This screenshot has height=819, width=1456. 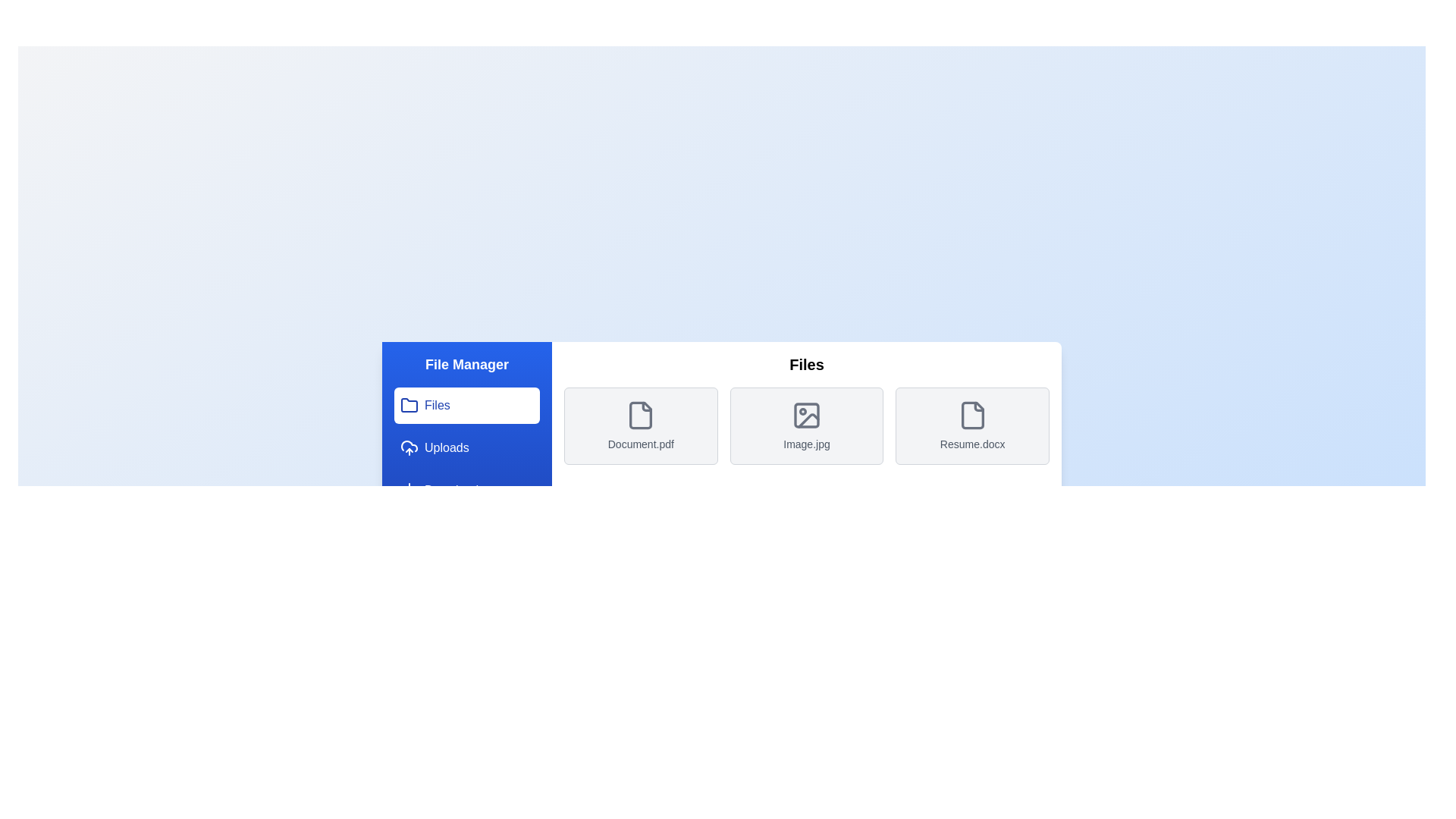 What do you see at coordinates (640, 426) in the screenshot?
I see `the file or image Document.pdf from the list` at bounding box center [640, 426].